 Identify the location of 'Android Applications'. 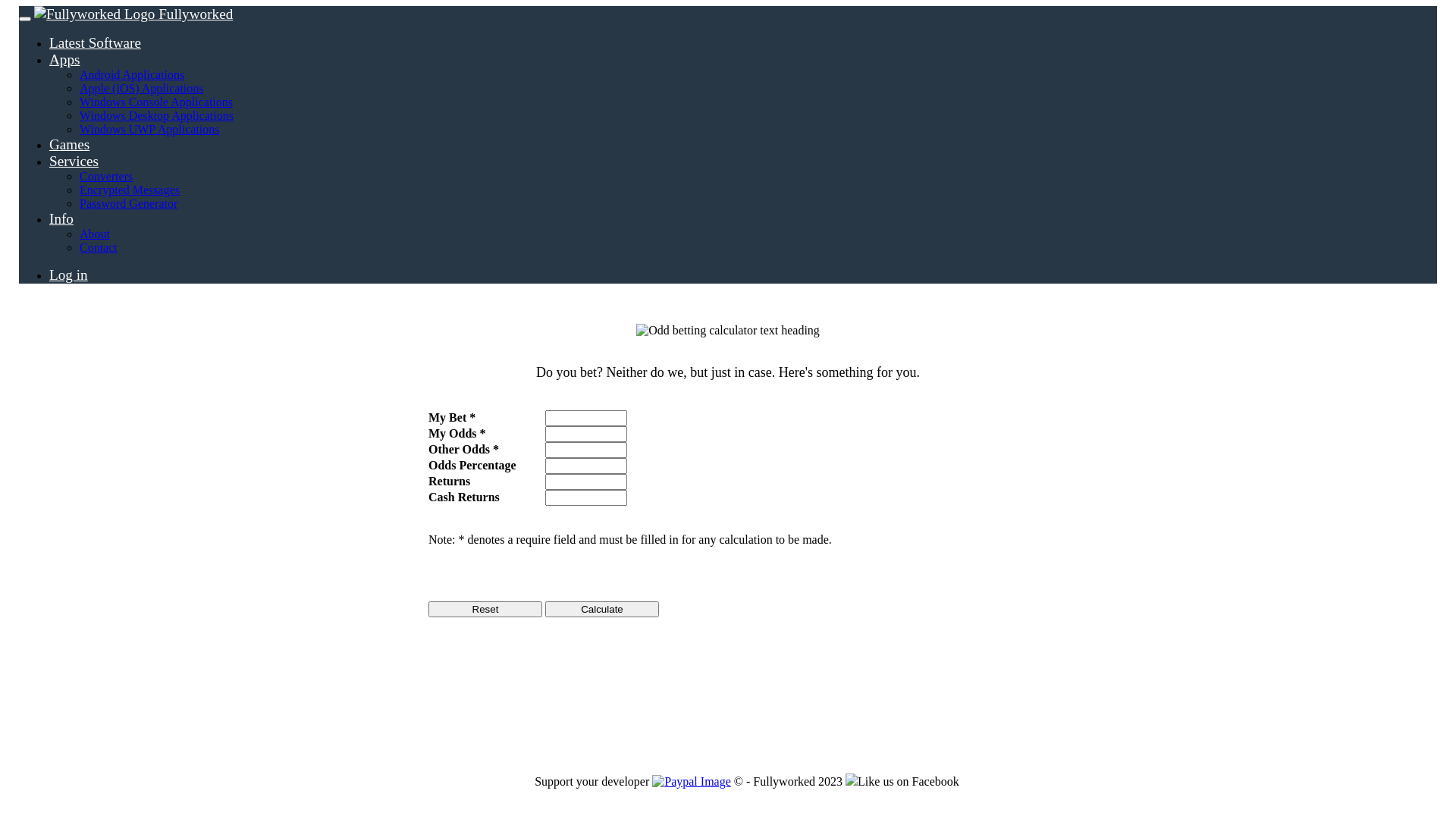
(79, 74).